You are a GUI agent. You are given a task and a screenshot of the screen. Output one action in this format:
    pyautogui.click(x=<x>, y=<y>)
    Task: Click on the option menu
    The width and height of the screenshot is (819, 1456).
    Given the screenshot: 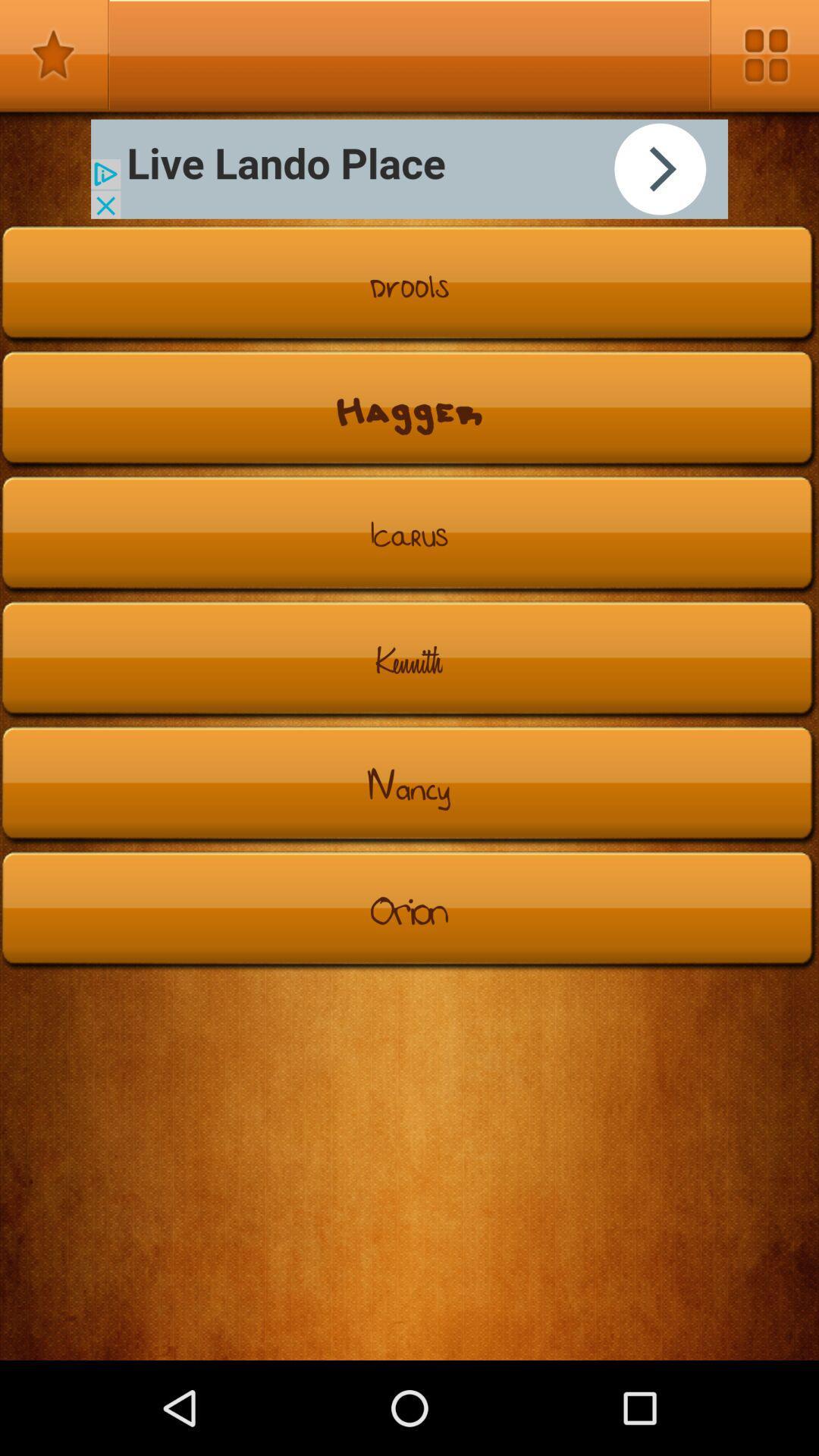 What is the action you would take?
    pyautogui.click(x=764, y=55)
    